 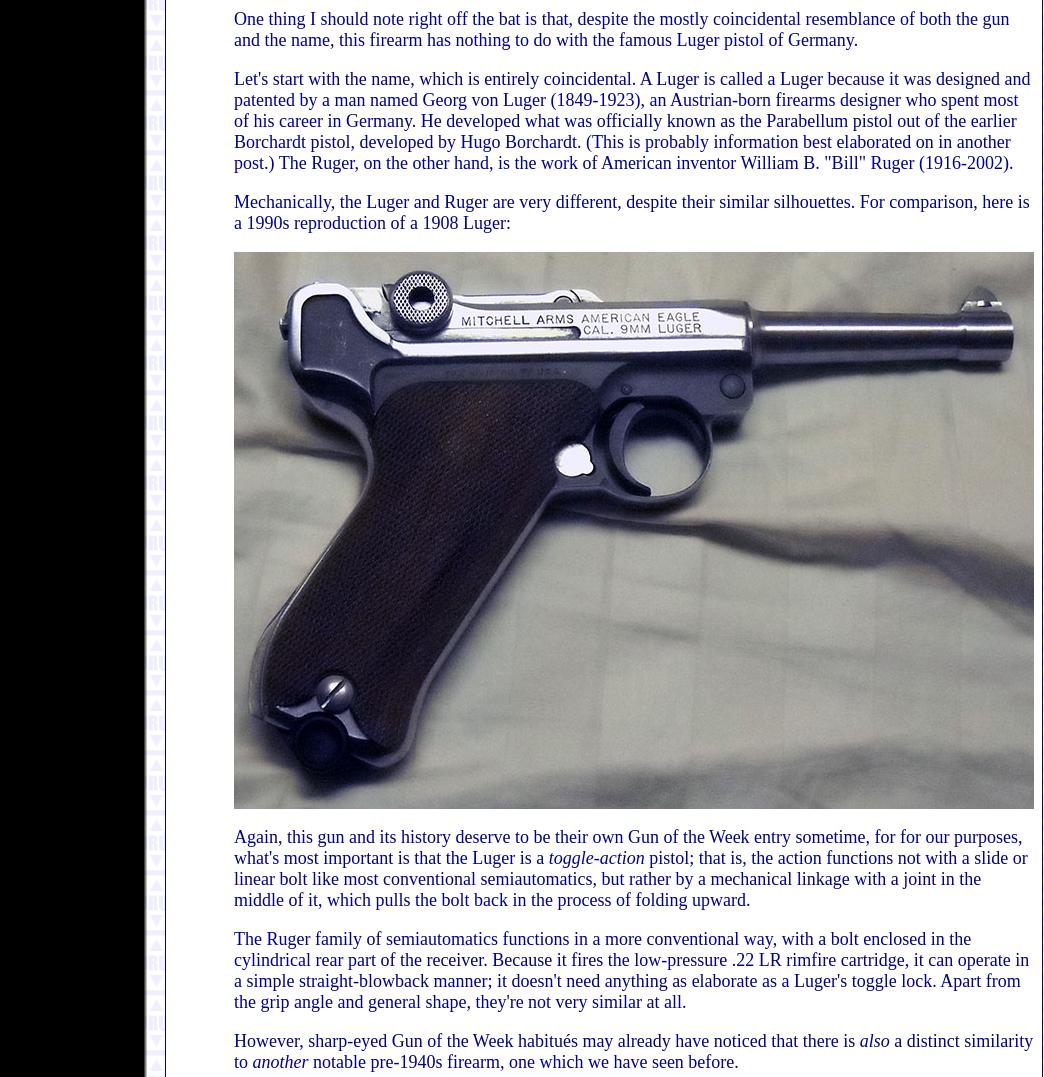 What do you see at coordinates (633, 1051) in the screenshot?
I see `'a distinct similarity to'` at bounding box center [633, 1051].